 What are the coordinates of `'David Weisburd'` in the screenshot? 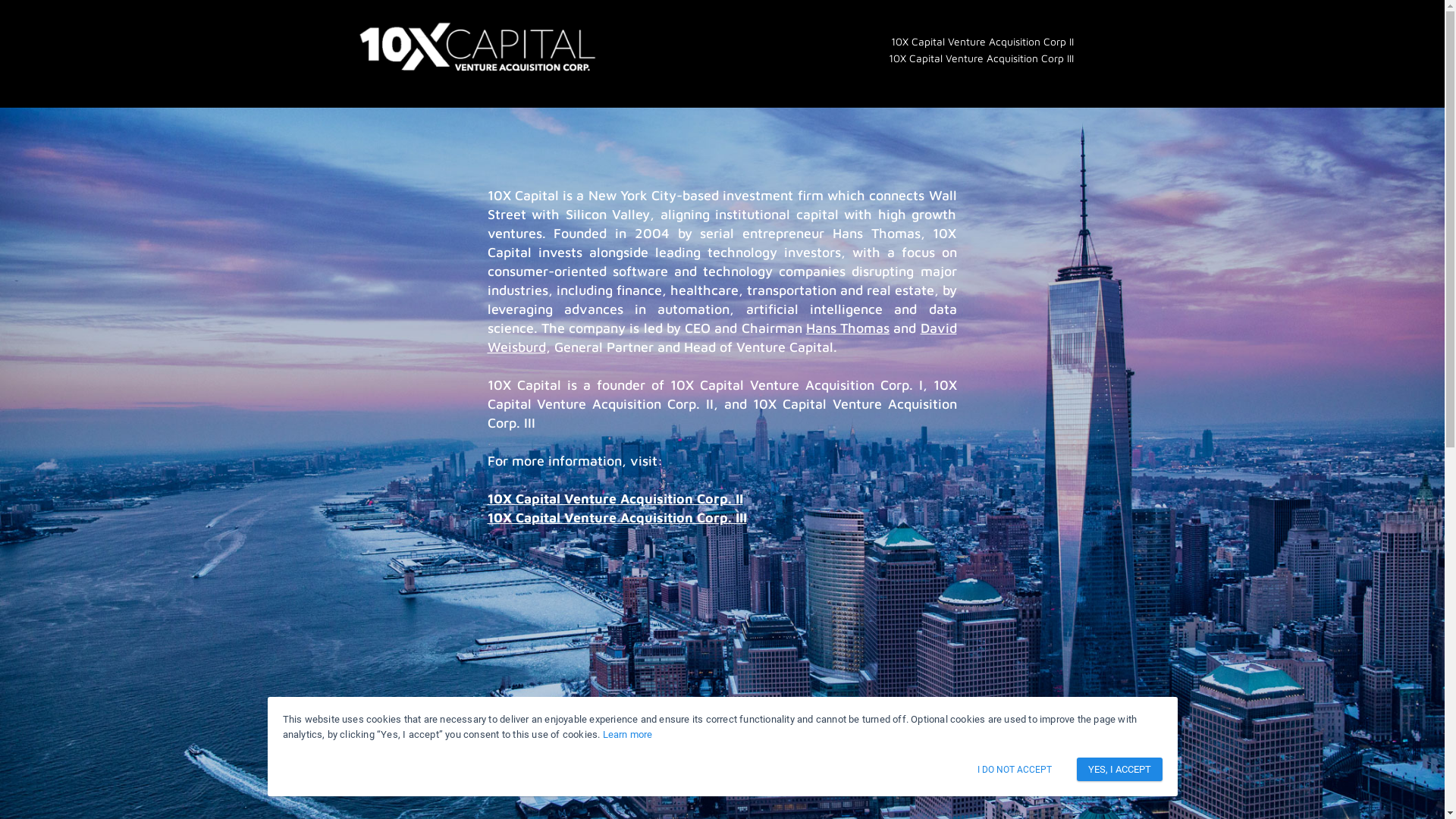 It's located at (720, 336).